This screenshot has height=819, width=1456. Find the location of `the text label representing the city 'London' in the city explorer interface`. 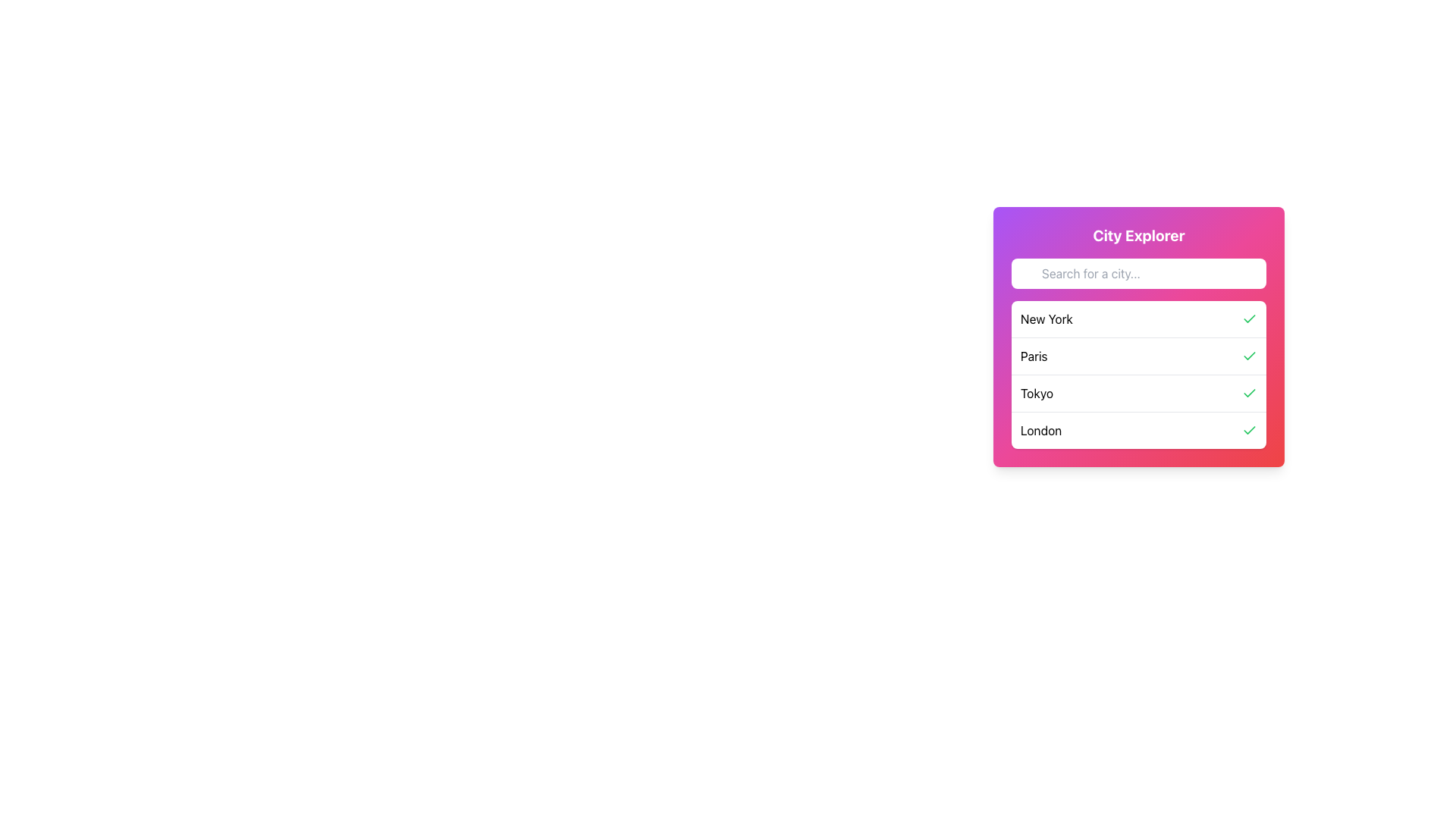

the text label representing the city 'London' in the city explorer interface is located at coordinates (1040, 430).